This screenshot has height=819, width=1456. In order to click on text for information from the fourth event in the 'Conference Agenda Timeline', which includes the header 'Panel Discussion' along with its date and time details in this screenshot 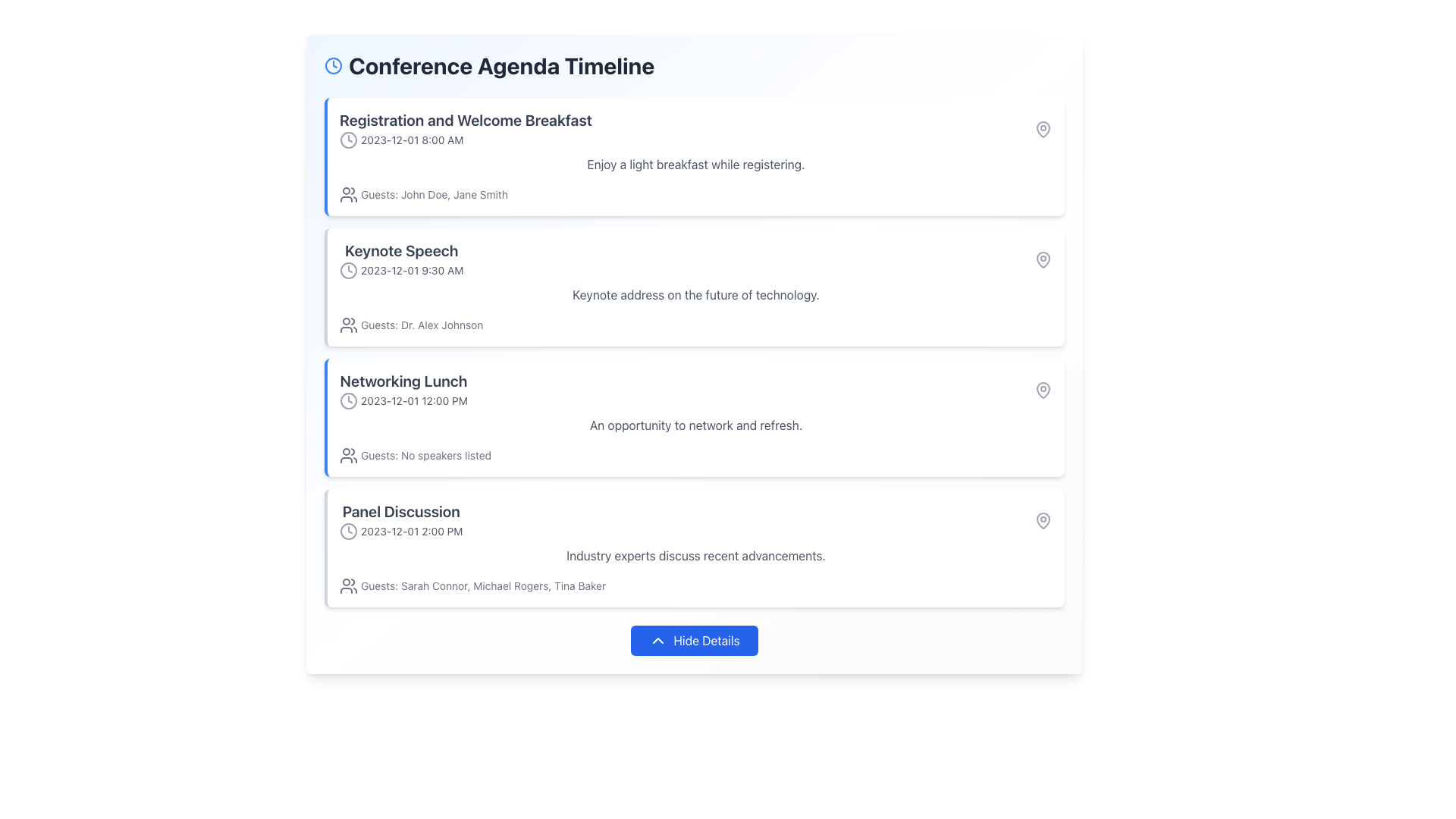, I will do `click(401, 519)`.